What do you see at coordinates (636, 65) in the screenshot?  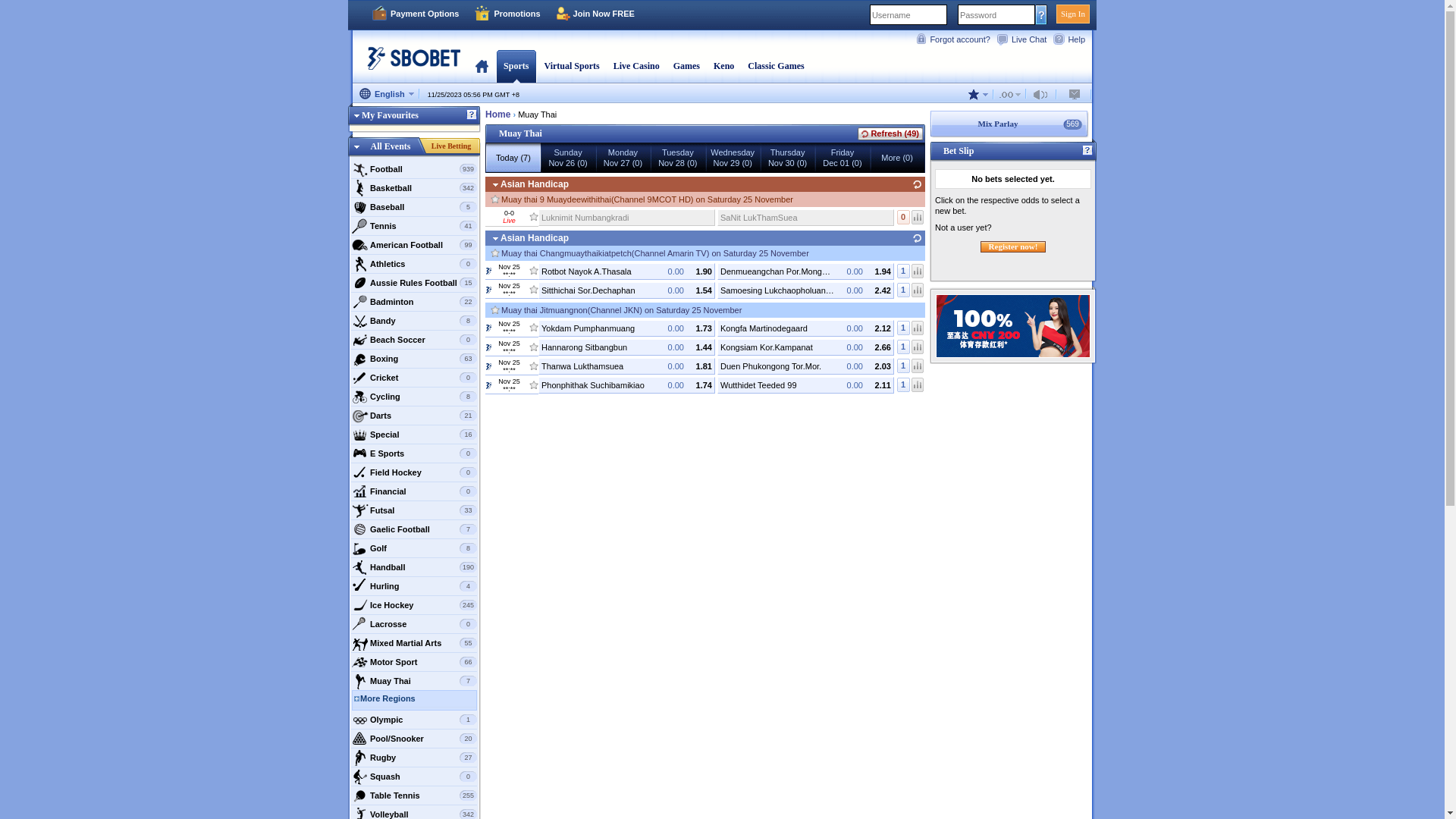 I see `'Live Casino'` at bounding box center [636, 65].